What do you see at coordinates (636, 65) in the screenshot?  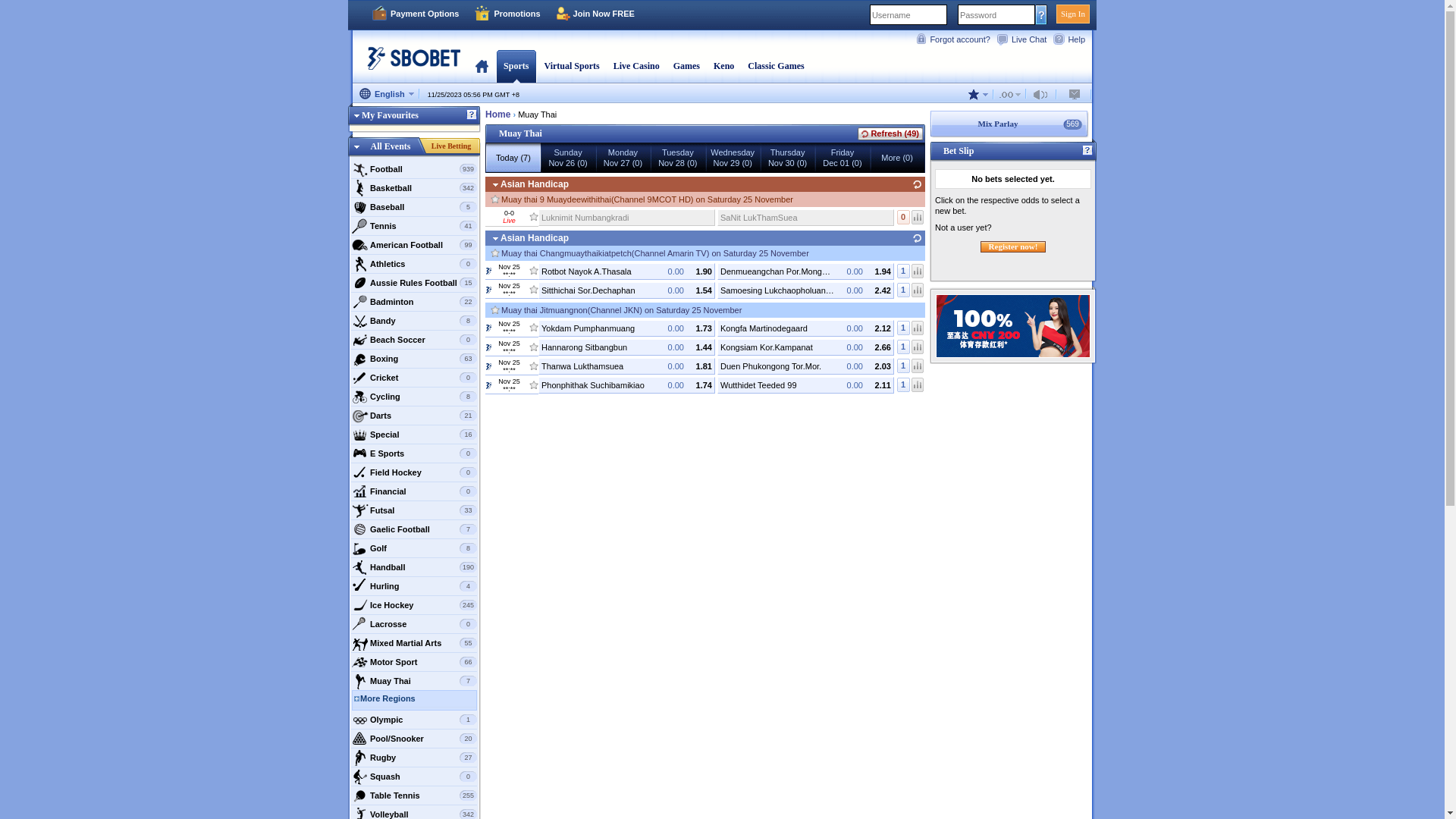 I see `'Live Casino'` at bounding box center [636, 65].